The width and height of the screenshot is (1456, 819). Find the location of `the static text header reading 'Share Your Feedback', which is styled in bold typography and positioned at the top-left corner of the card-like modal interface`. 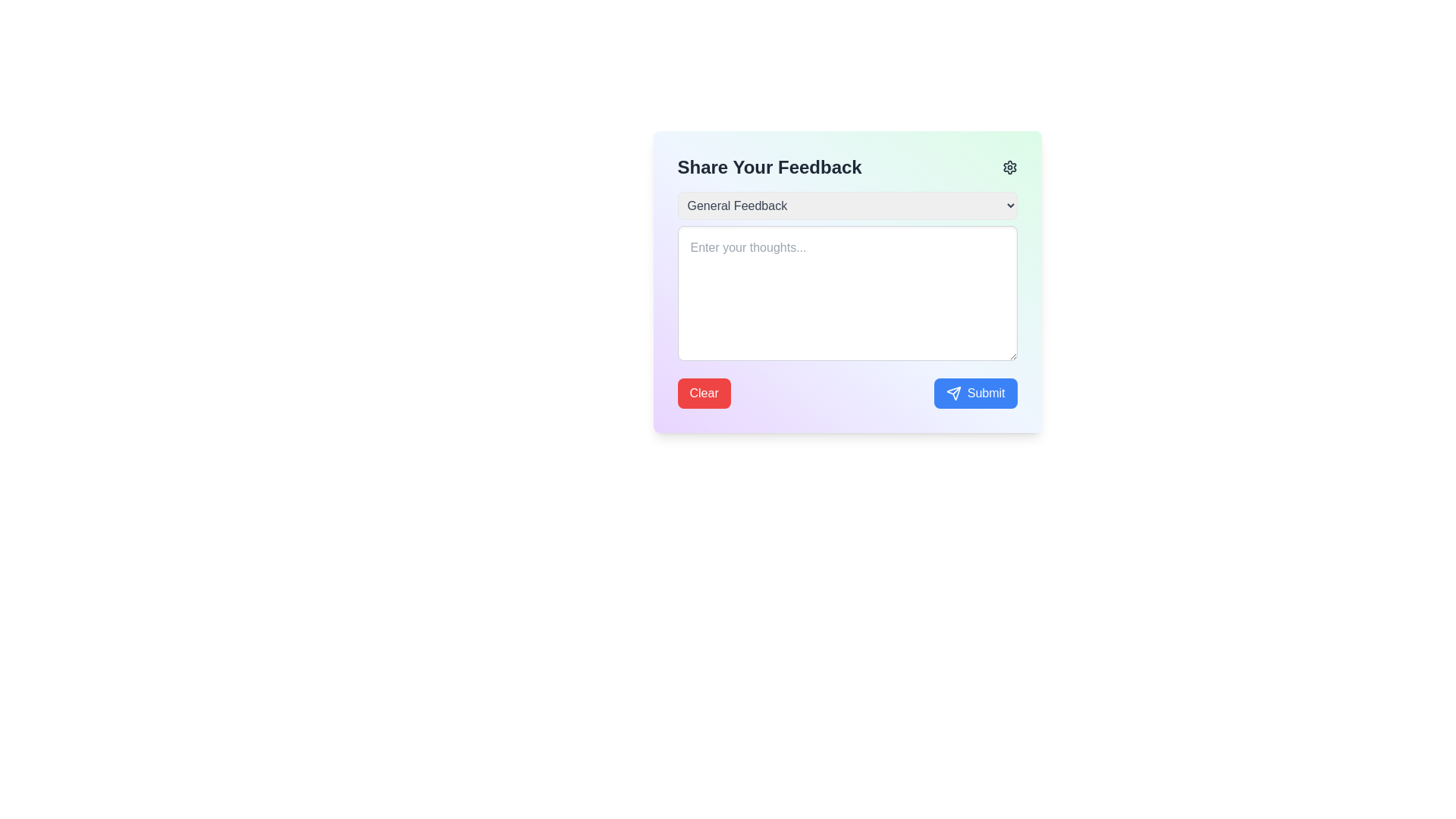

the static text header reading 'Share Your Feedback', which is styled in bold typography and positioned at the top-left corner of the card-like modal interface is located at coordinates (770, 167).